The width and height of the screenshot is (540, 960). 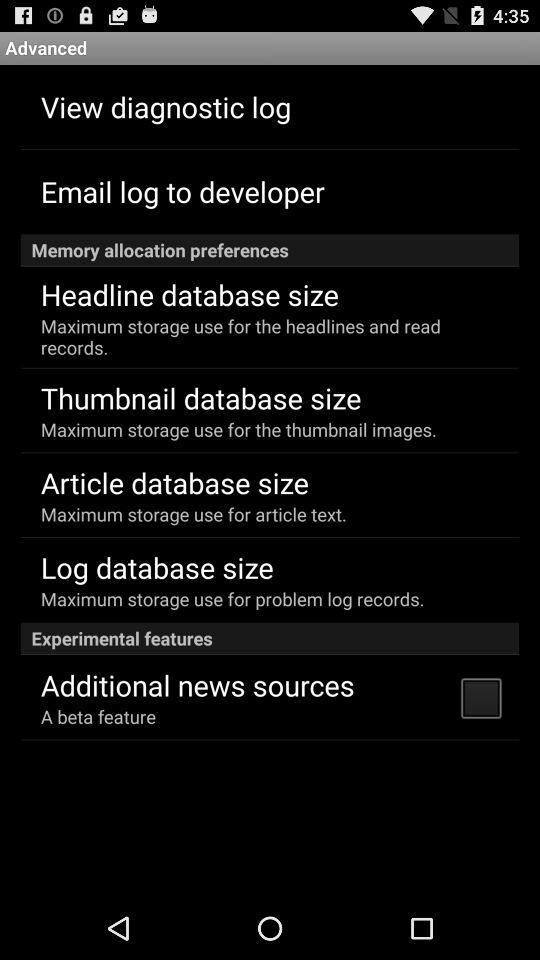 I want to click on the item below the maximum storage use, so click(x=270, y=637).